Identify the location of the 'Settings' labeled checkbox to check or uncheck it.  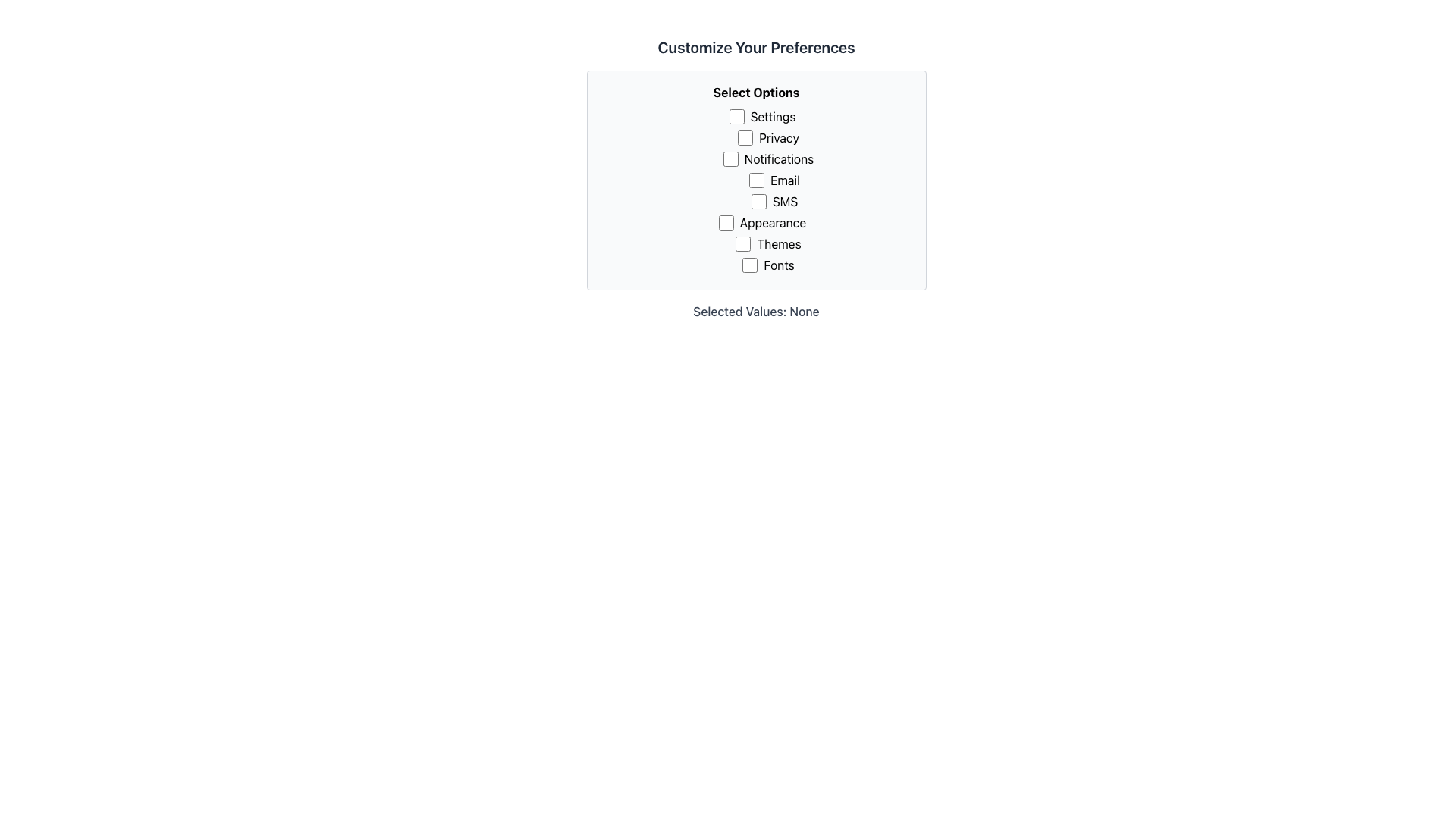
(762, 116).